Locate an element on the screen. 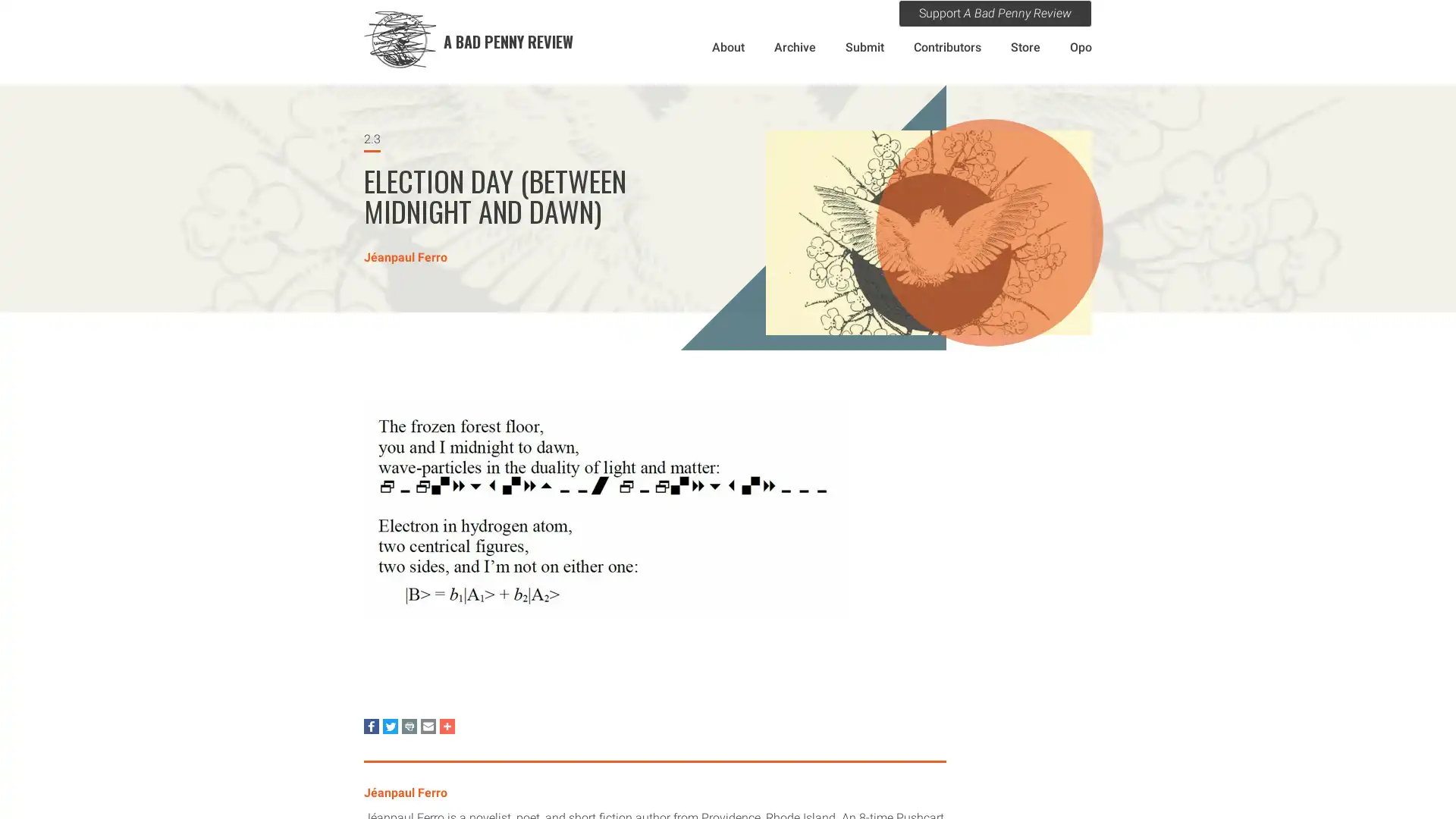 Image resolution: width=1456 pixels, height=819 pixels. Share to More is located at coordinates (447, 725).